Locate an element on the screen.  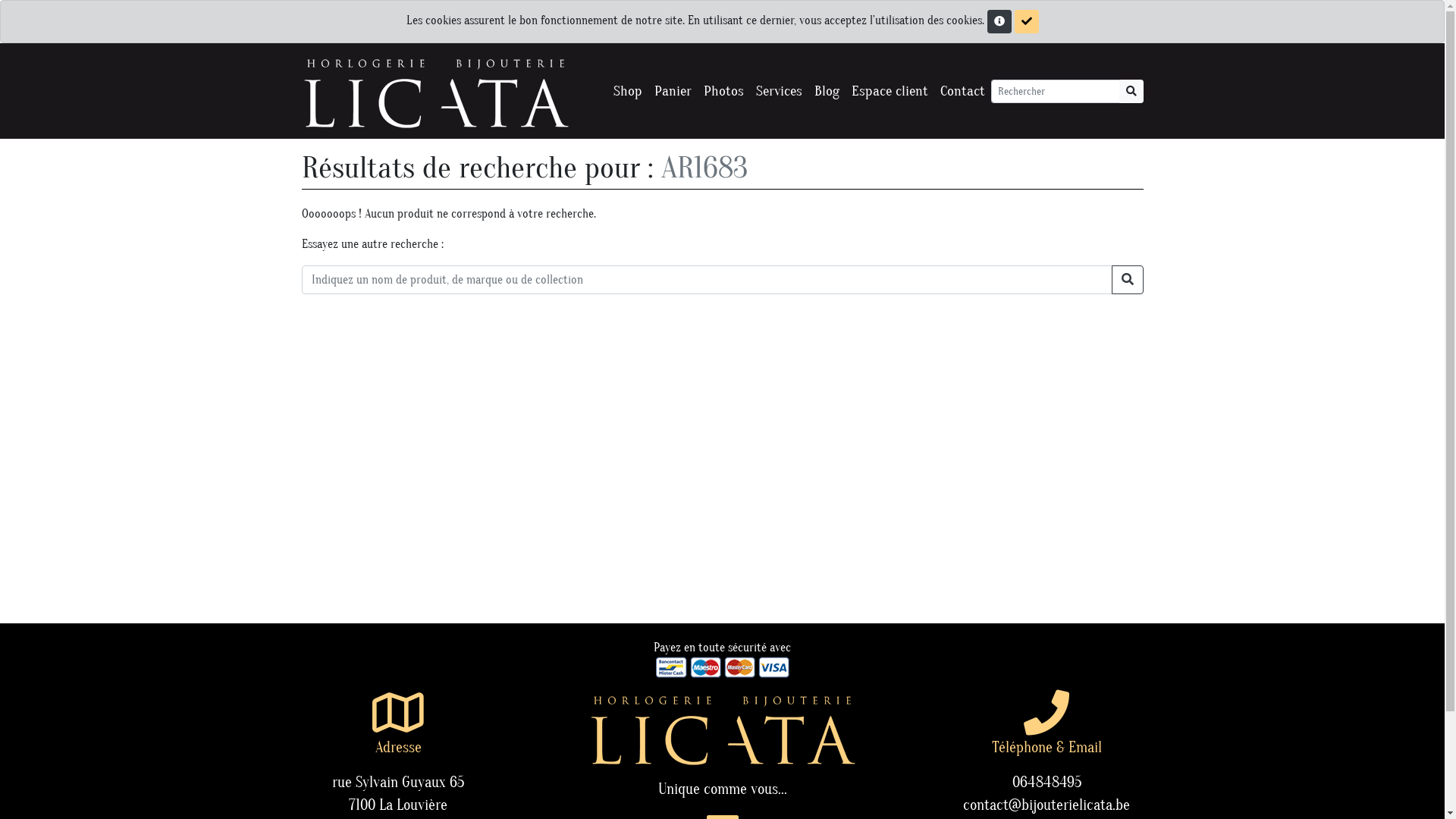
'Contact' is located at coordinates (962, 91).